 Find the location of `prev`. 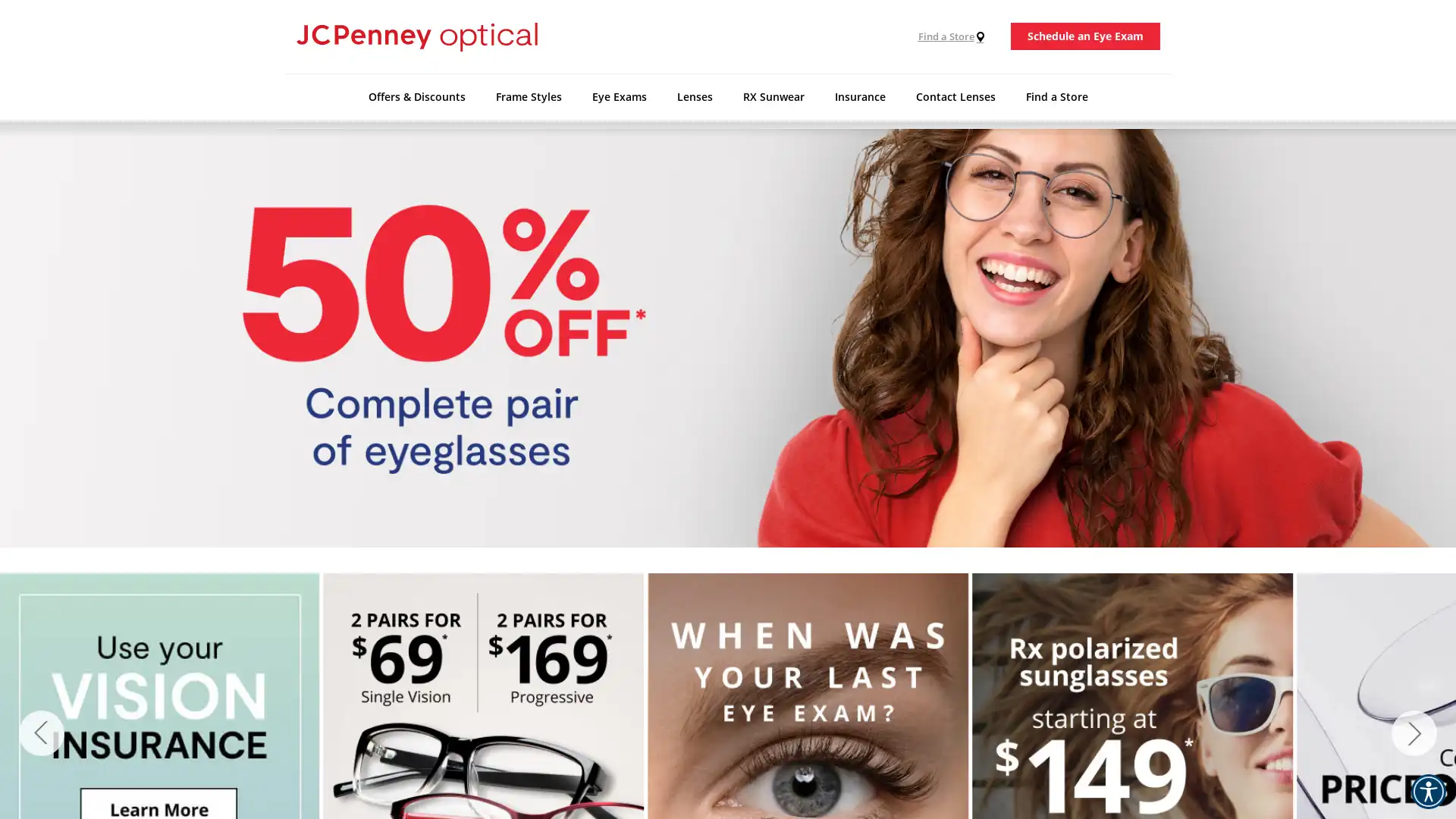

prev is located at coordinates (41, 733).